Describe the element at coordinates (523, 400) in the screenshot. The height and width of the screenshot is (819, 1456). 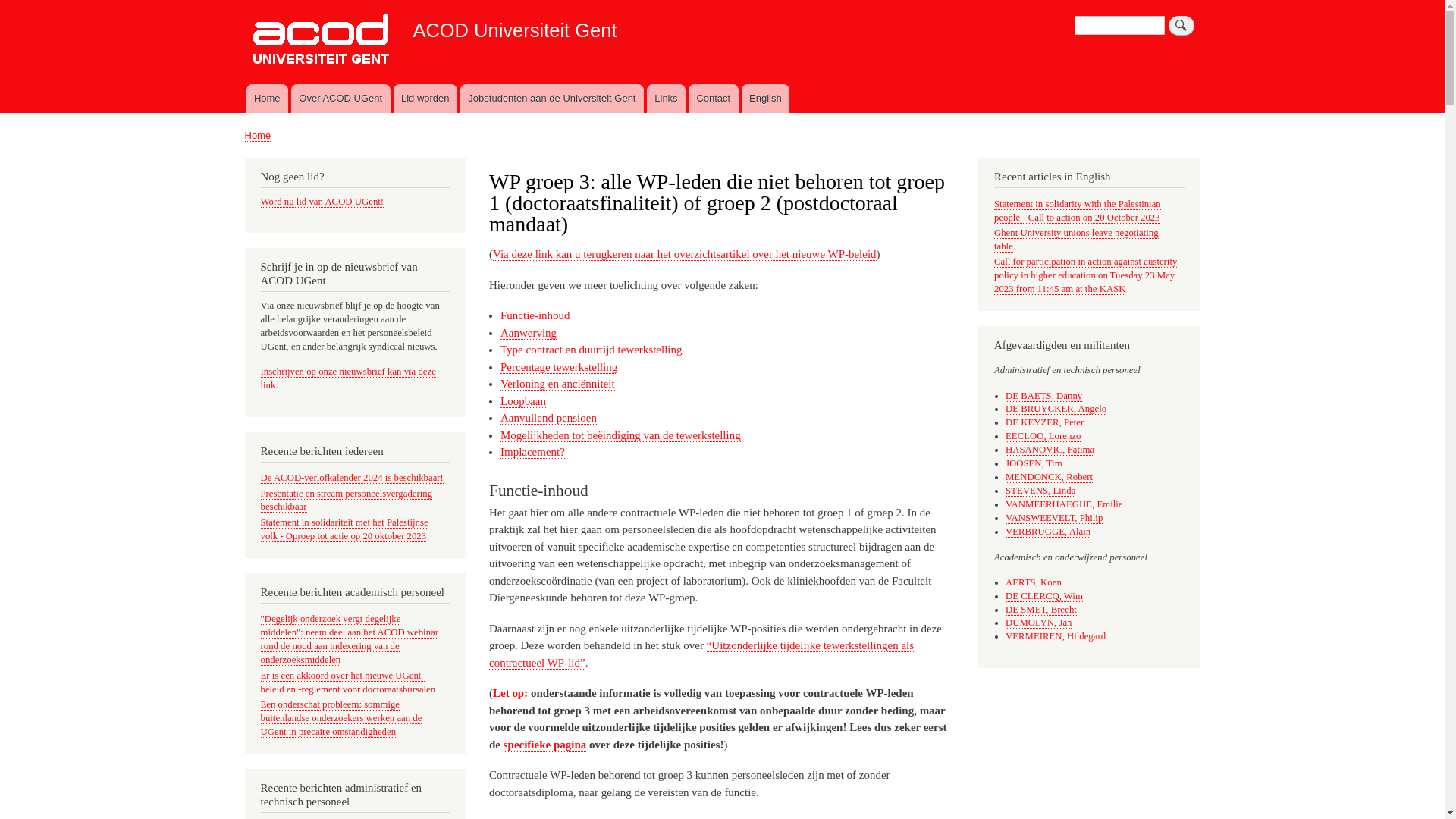
I see `'Loopbaan'` at that location.